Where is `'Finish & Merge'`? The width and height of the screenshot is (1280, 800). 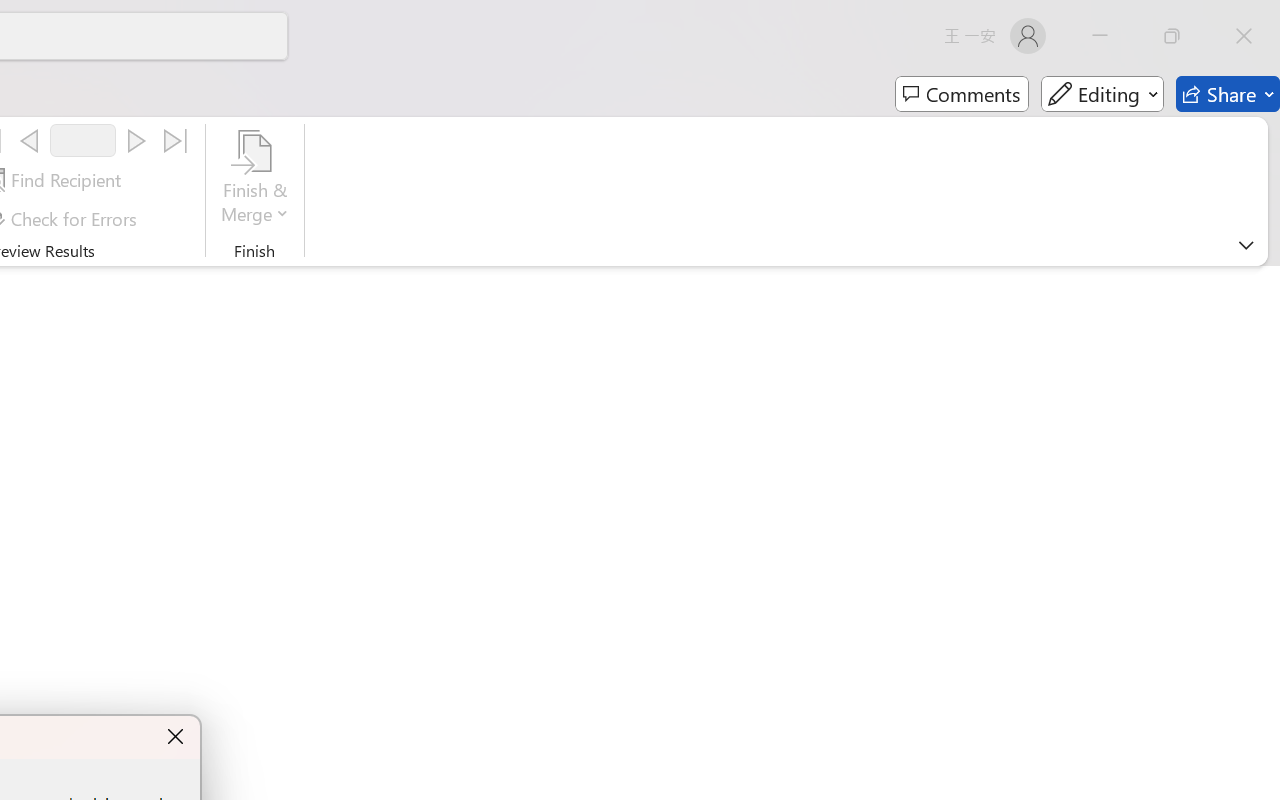
'Finish & Merge' is located at coordinates (254, 179).